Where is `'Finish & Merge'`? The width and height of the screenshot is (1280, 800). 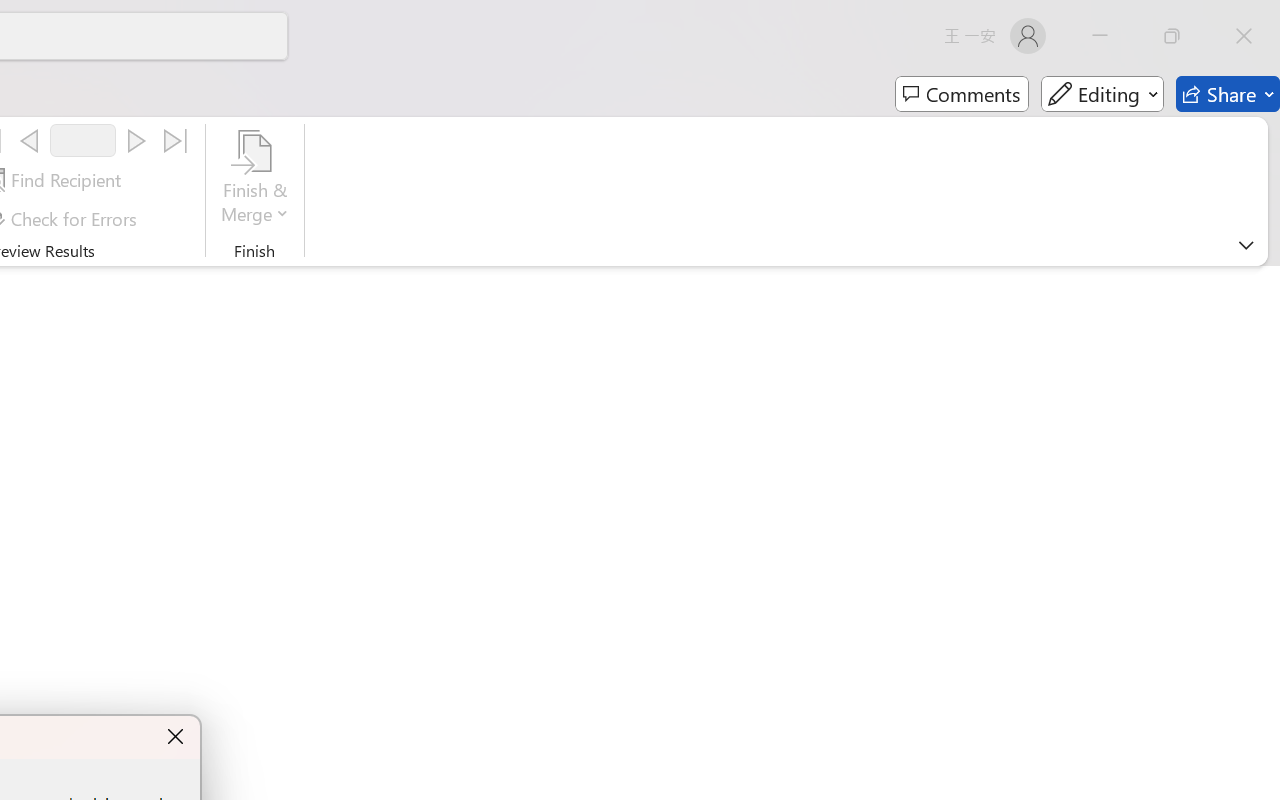
'Finish & Merge' is located at coordinates (254, 179).